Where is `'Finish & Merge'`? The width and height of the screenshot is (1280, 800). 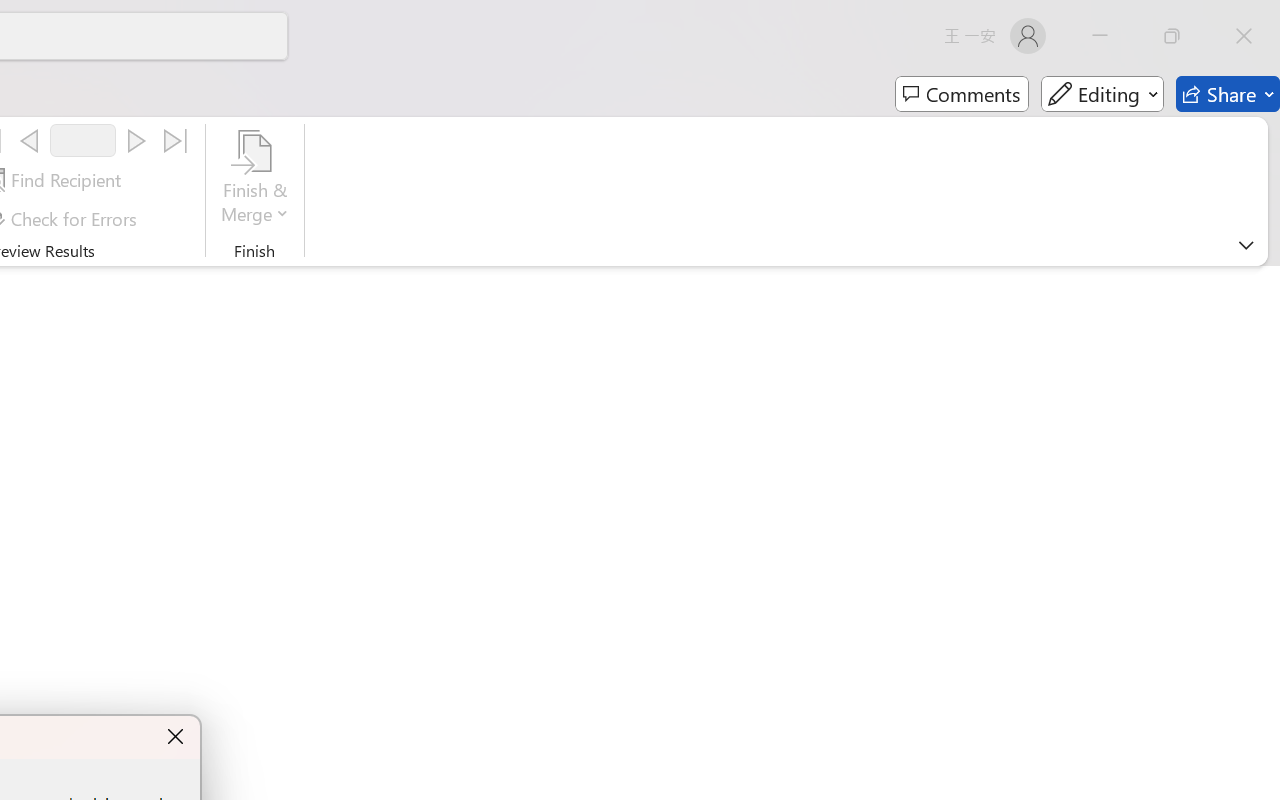
'Finish & Merge' is located at coordinates (254, 179).